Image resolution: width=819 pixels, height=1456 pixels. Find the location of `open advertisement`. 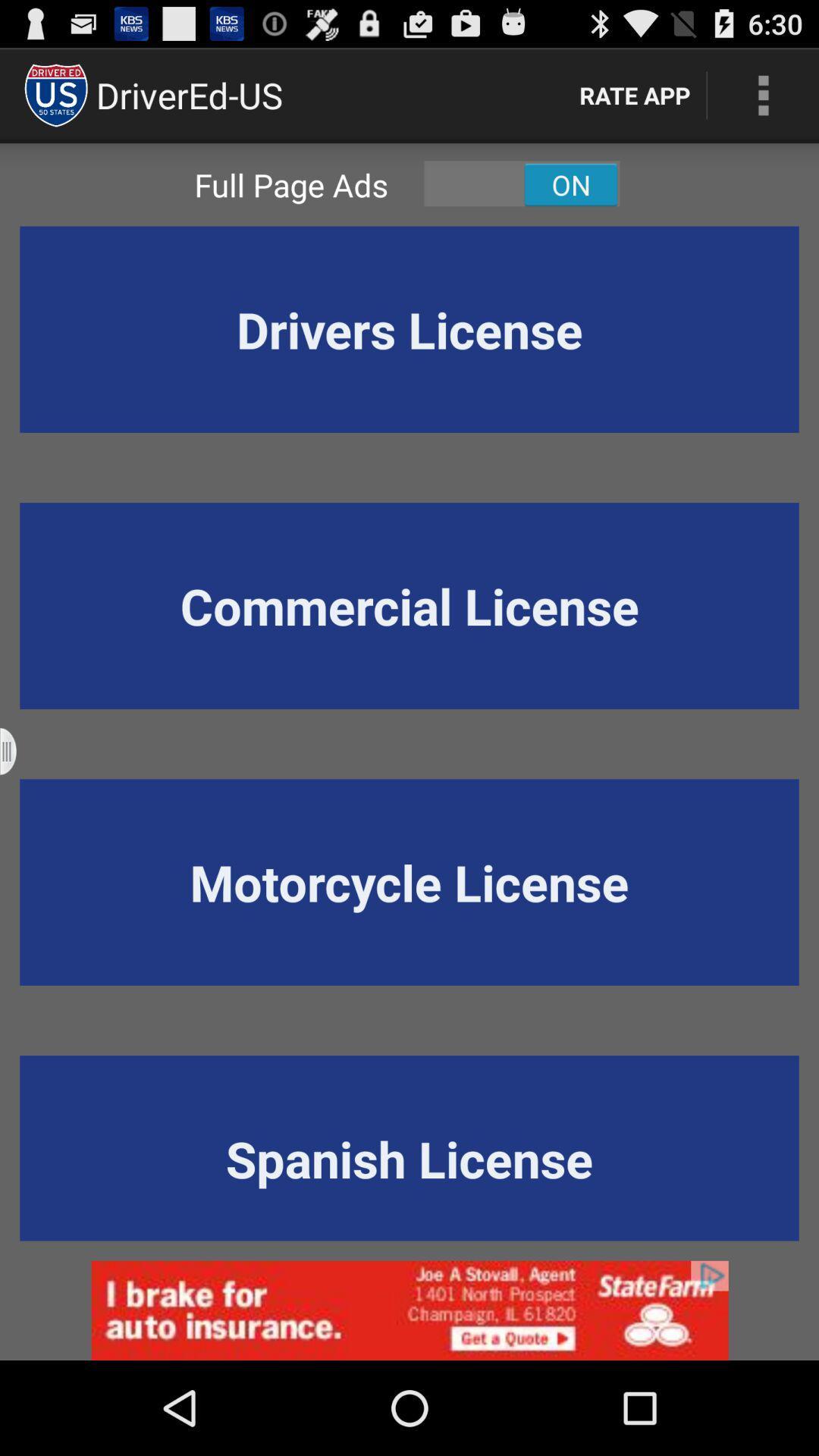

open advertisement is located at coordinates (409, 1310).